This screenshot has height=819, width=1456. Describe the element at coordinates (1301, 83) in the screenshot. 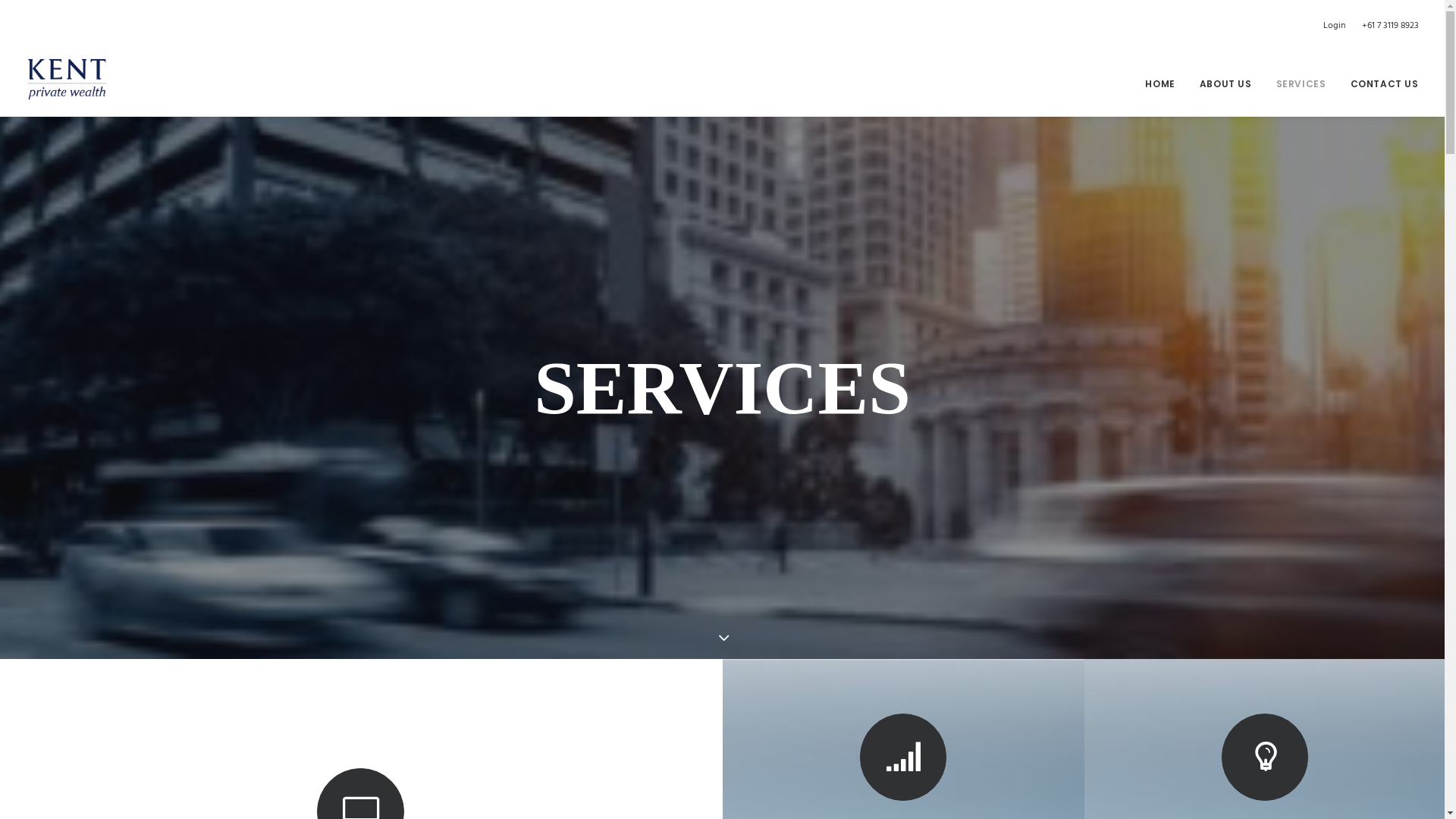

I see `'SERVICES'` at that location.